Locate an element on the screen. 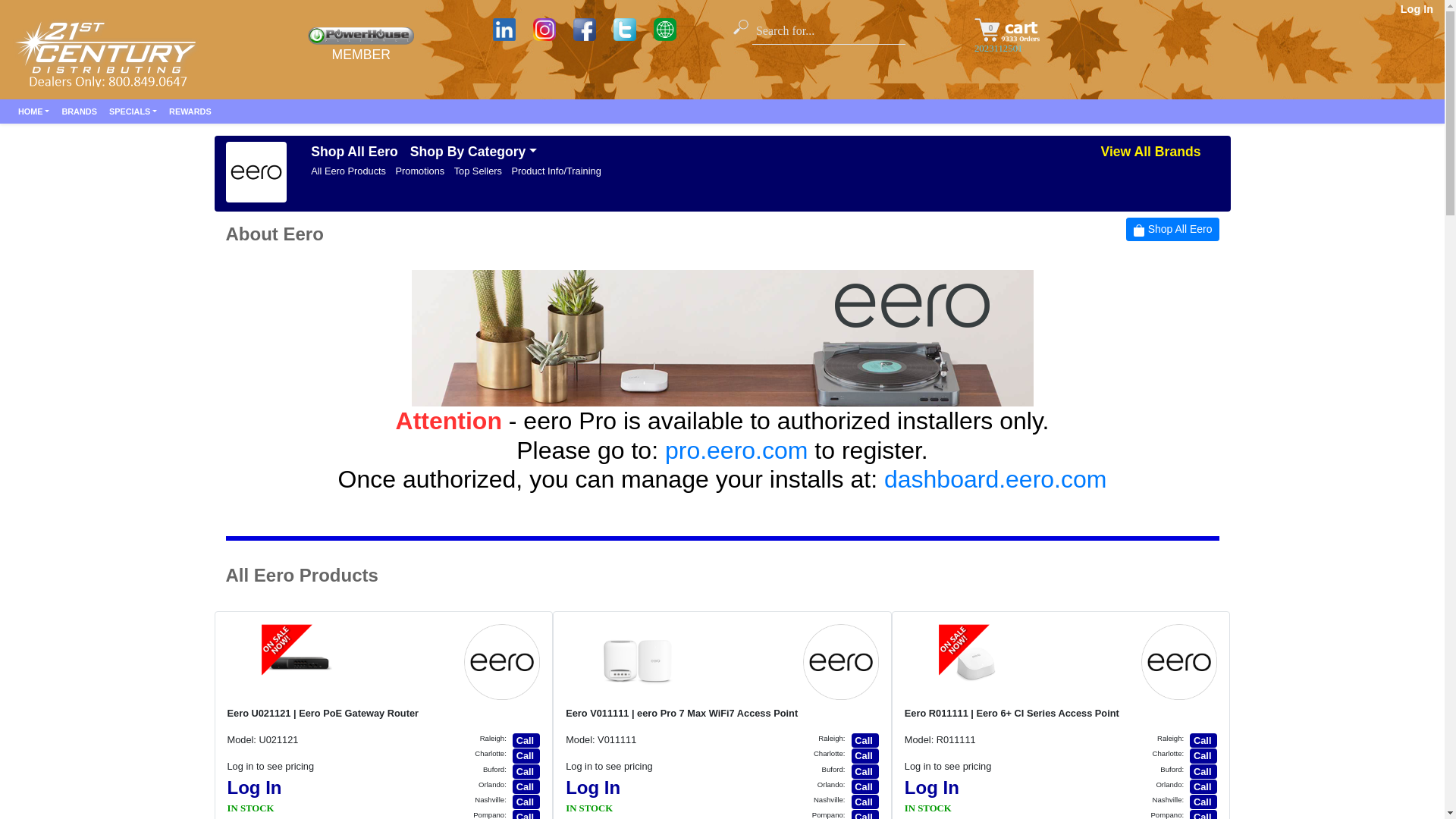  'pro.eero.com' is located at coordinates (736, 450).